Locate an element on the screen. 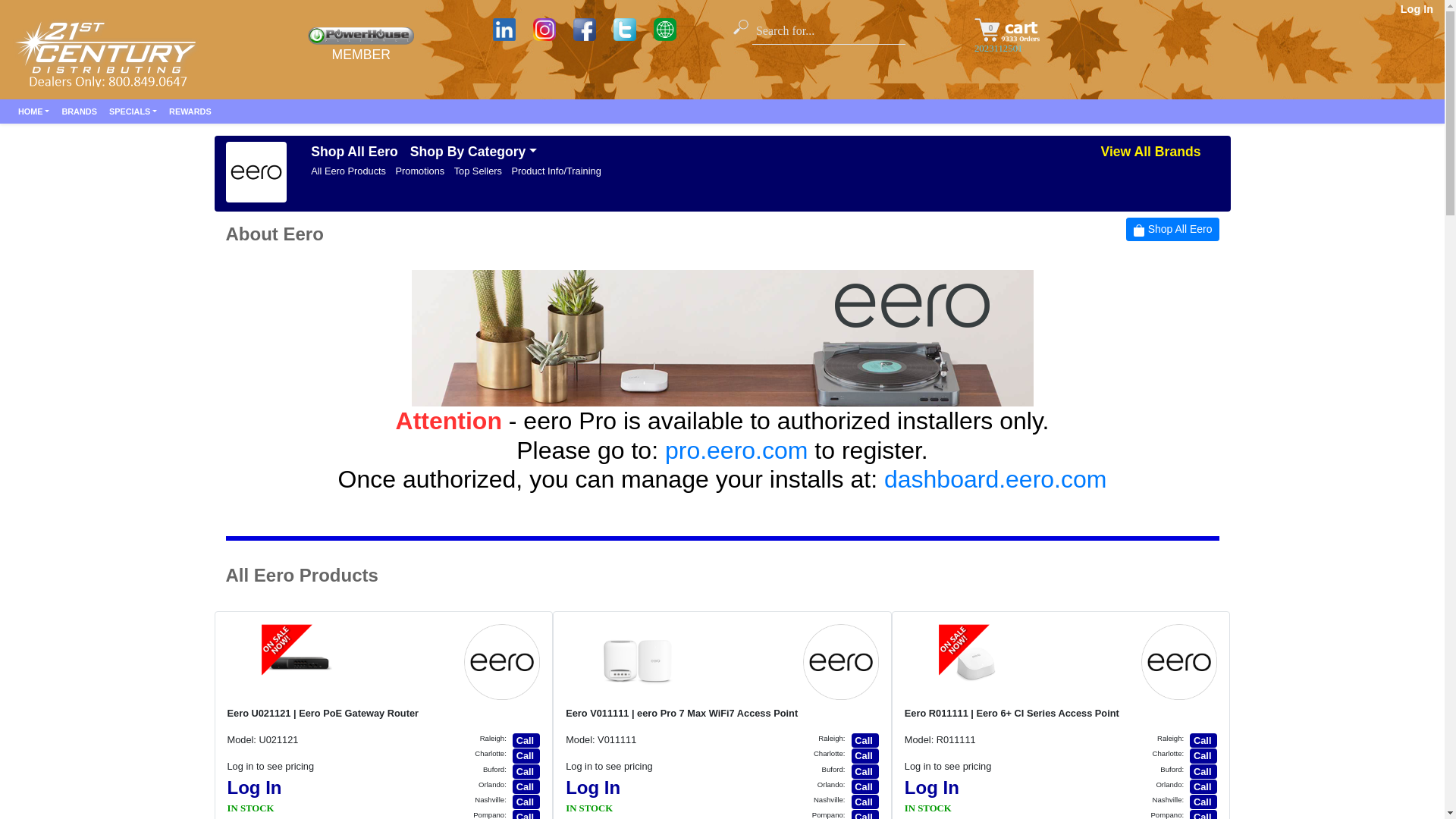  'pro.eero.com' is located at coordinates (736, 450).